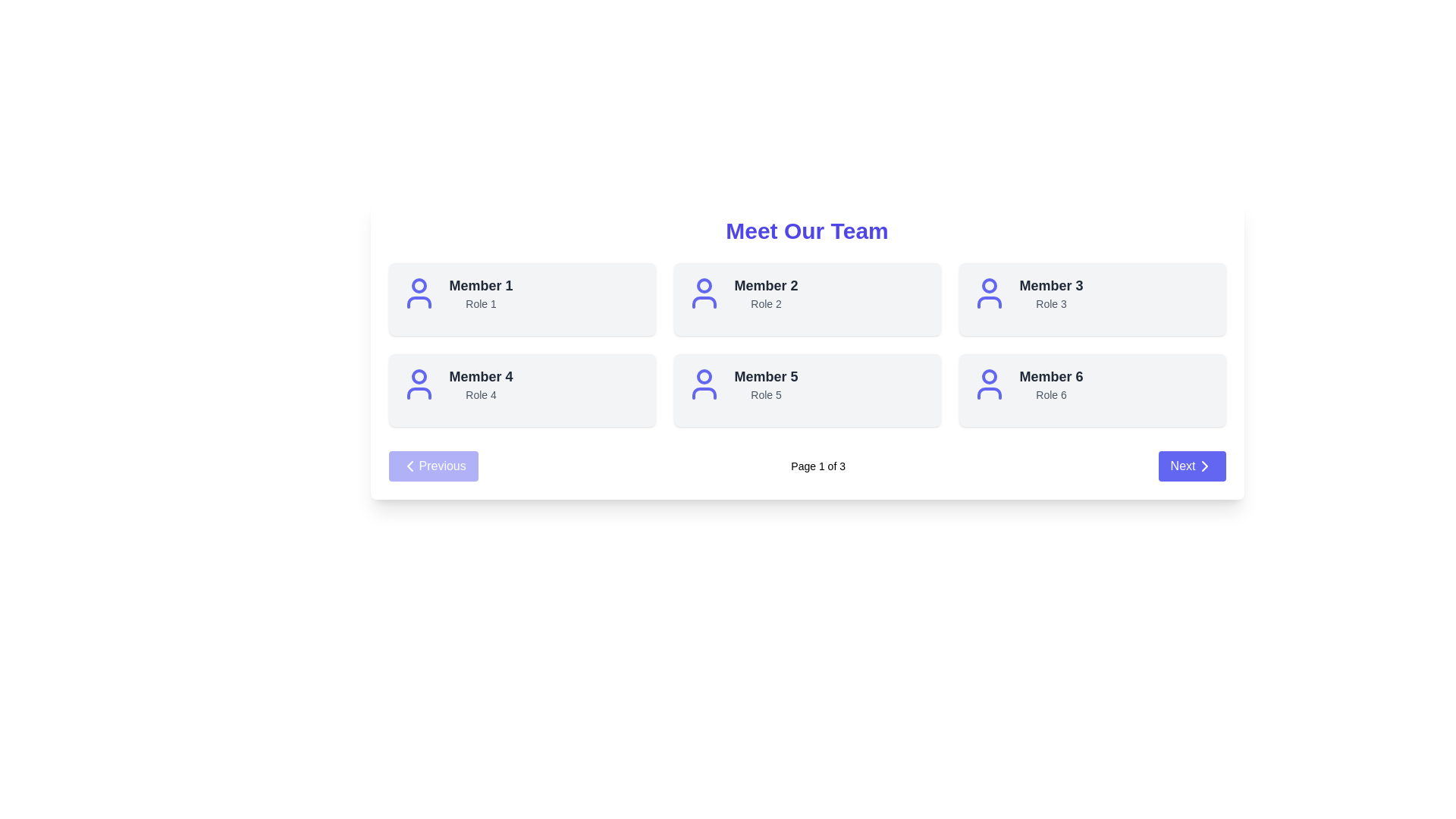 Image resolution: width=1456 pixels, height=819 pixels. I want to click on head portion of the user icon represented by the circle in the SVG graphic associated with 'Member 6' via developer tools, so click(989, 376).